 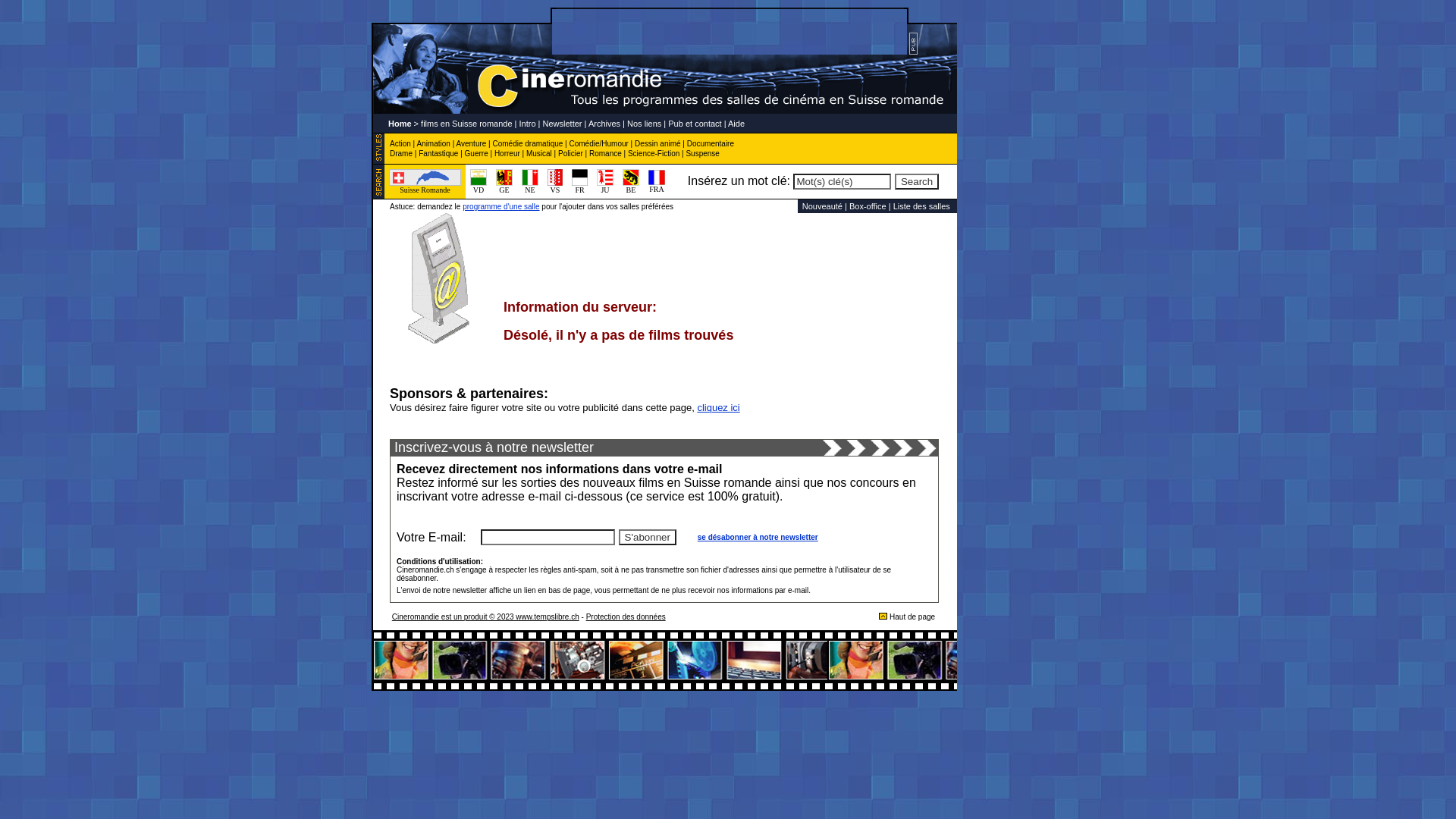 What do you see at coordinates (454, 143) in the screenshot?
I see `'Aventure'` at bounding box center [454, 143].